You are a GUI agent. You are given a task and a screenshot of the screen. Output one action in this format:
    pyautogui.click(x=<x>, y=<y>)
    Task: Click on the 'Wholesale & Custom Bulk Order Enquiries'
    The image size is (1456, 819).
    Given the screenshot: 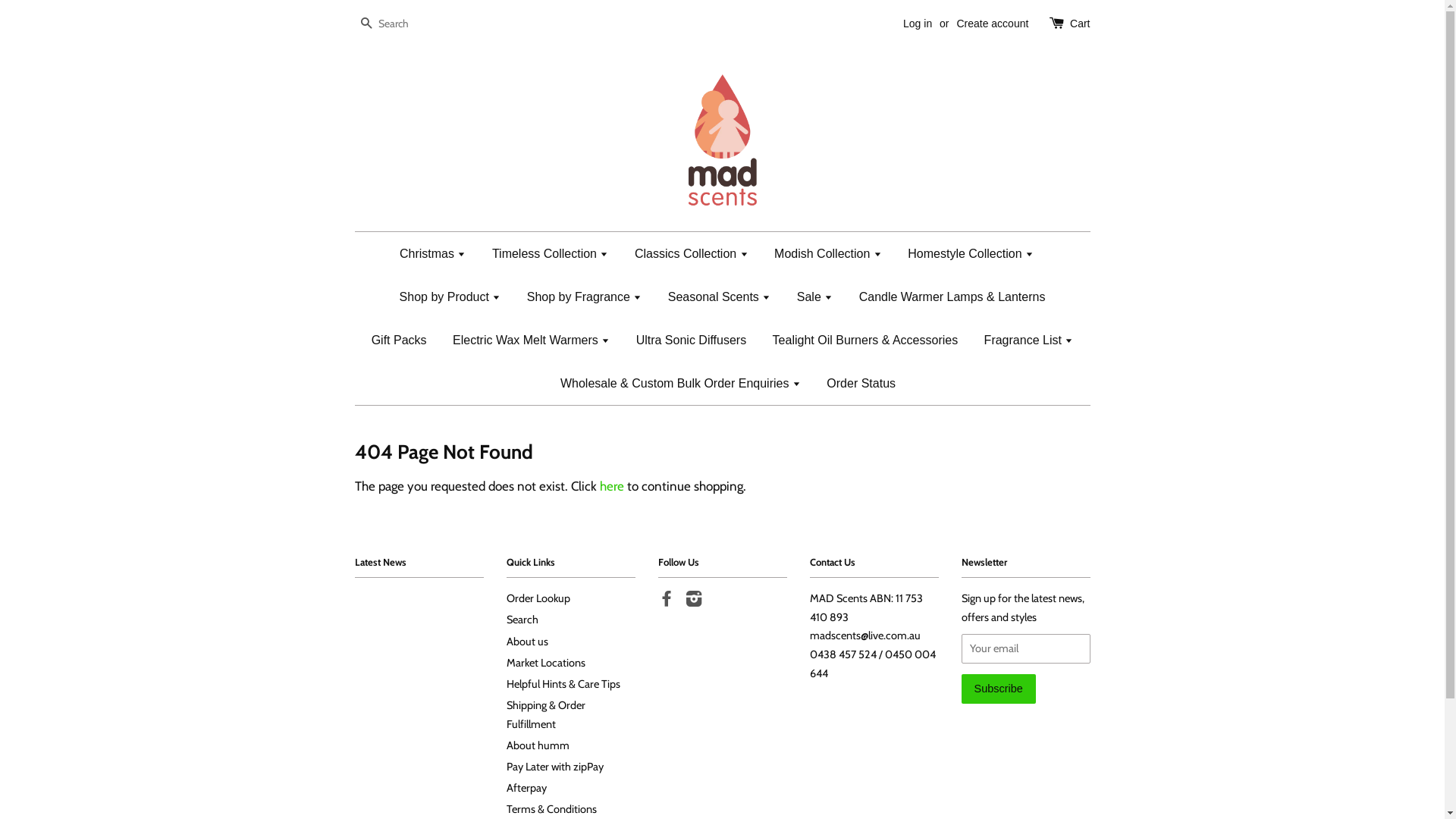 What is the action you would take?
    pyautogui.click(x=679, y=382)
    